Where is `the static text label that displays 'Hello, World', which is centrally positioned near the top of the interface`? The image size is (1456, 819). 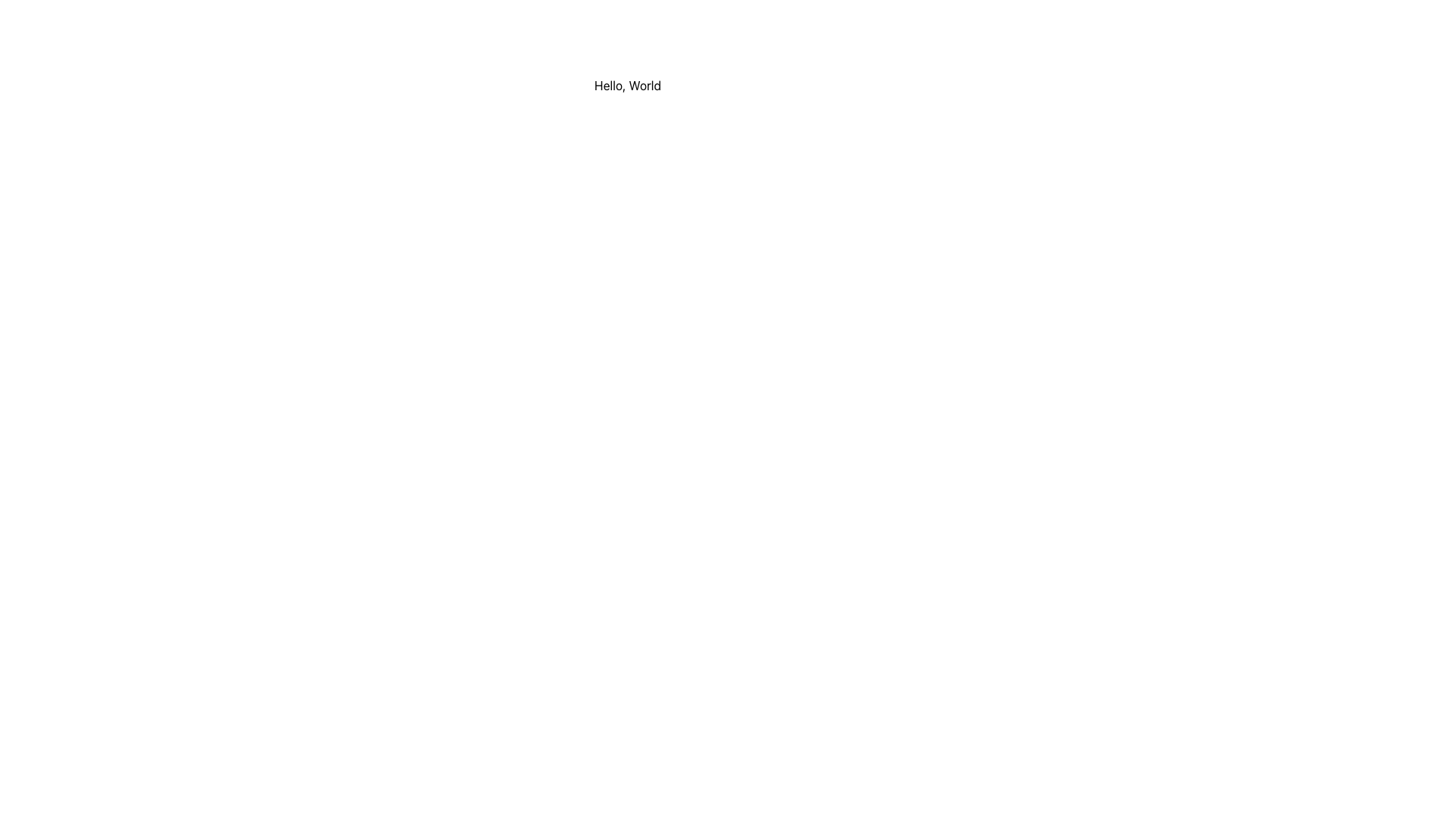
the static text label that displays 'Hello, World', which is centrally positioned near the top of the interface is located at coordinates (628, 85).